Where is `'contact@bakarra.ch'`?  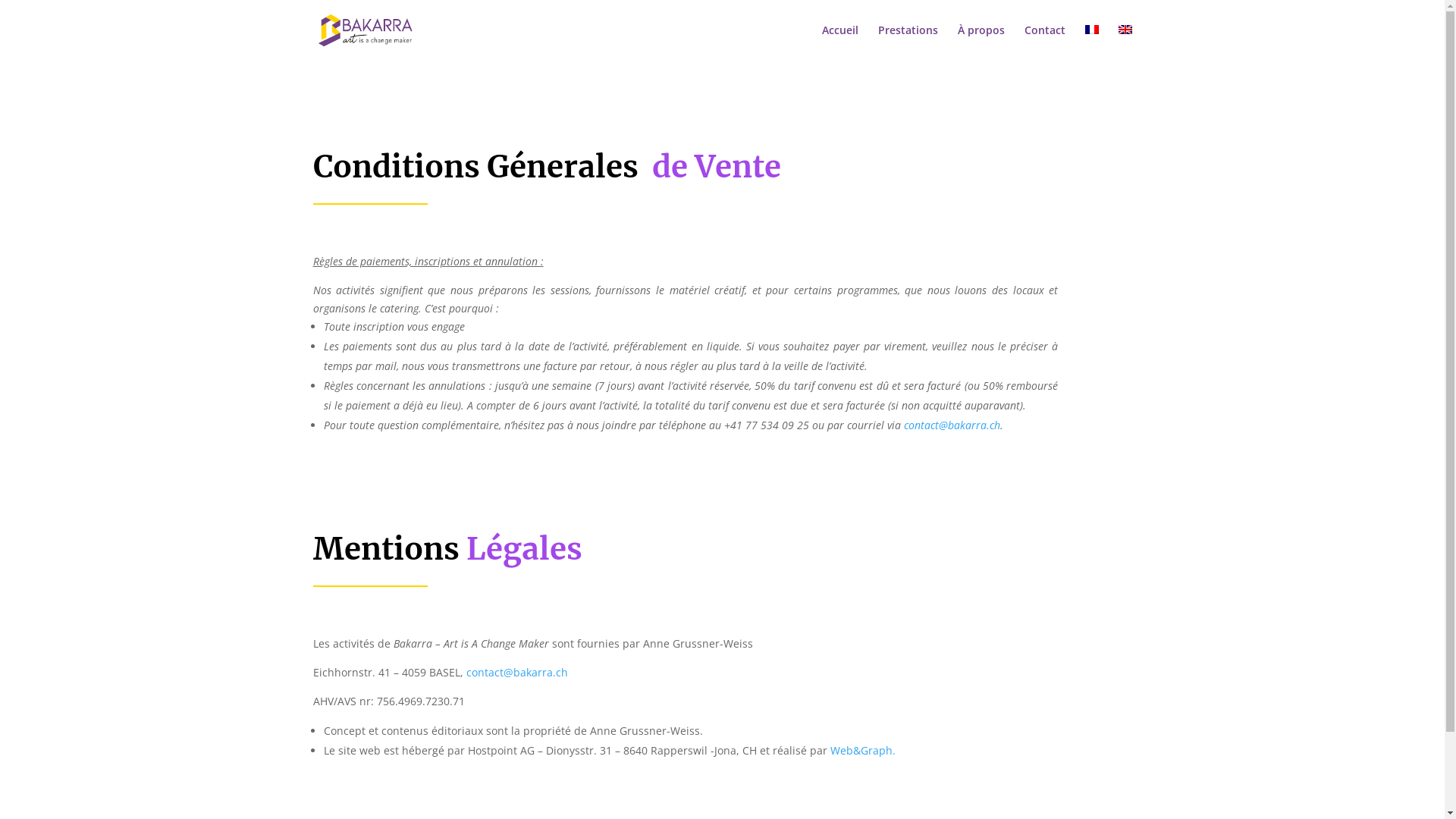
'contact@bakarra.ch' is located at coordinates (516, 671).